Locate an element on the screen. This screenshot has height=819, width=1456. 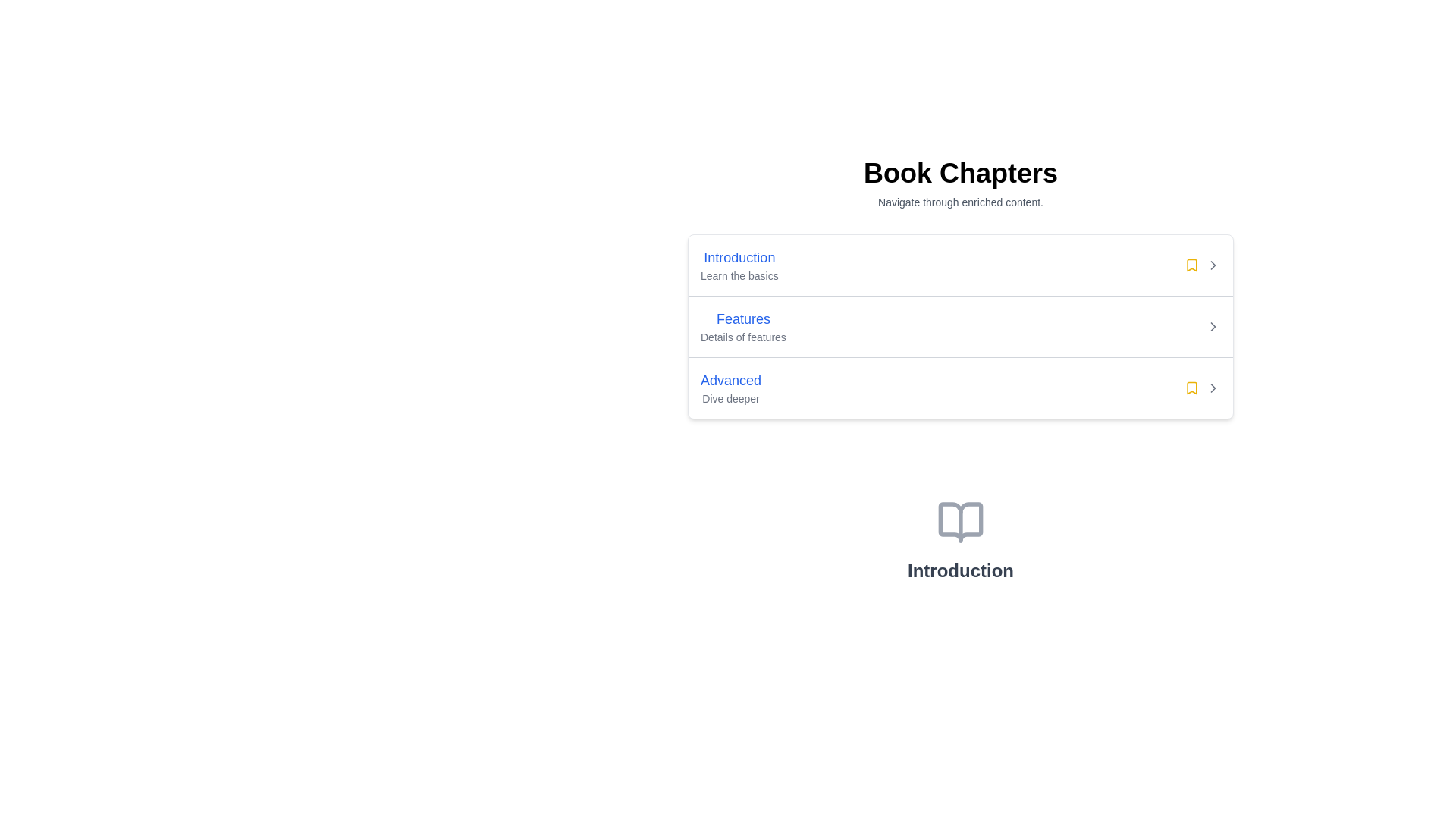
the 'Introduction' hyperlink styled text is located at coordinates (739, 256).